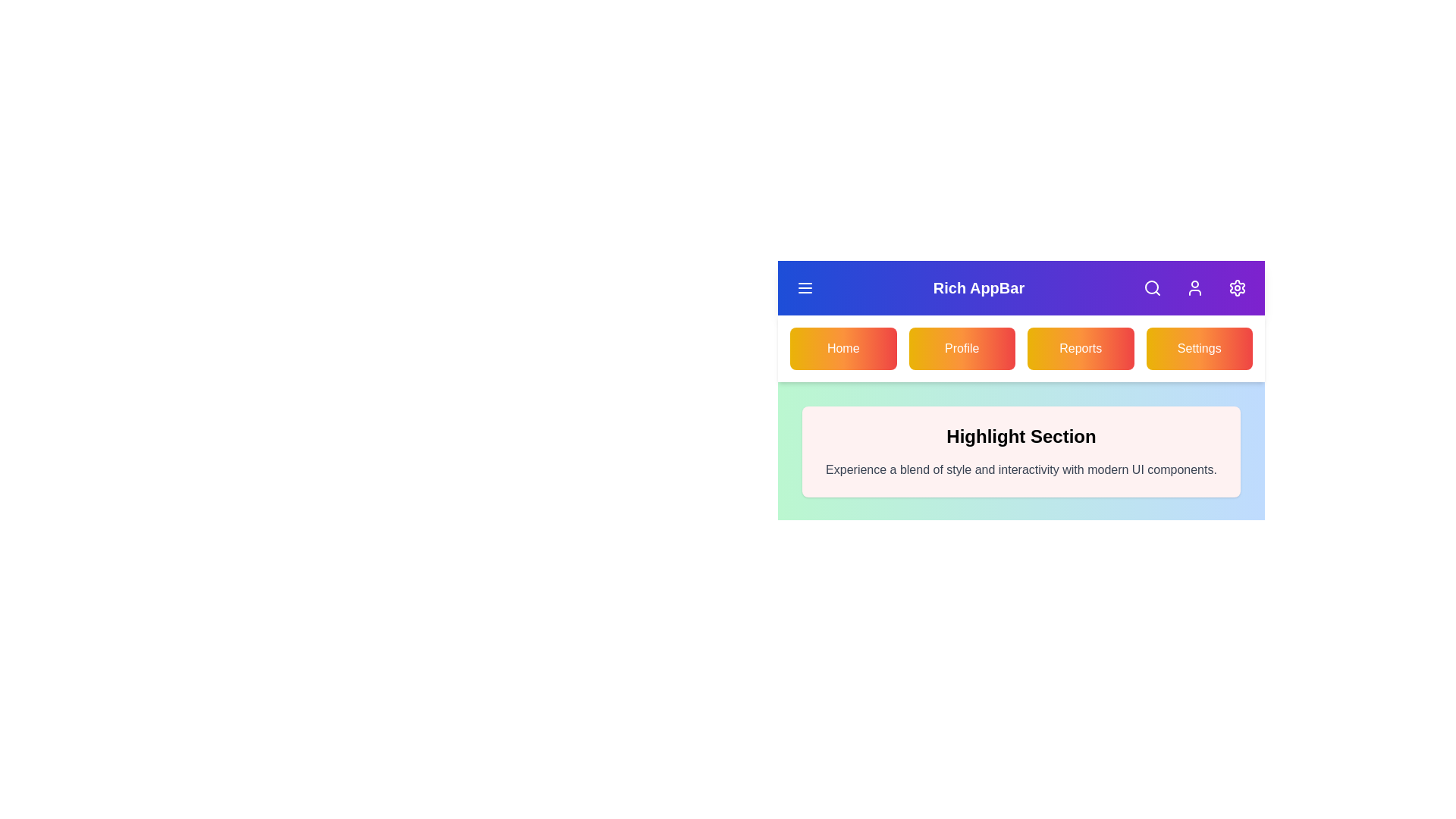 The width and height of the screenshot is (1456, 819). I want to click on the button labeled Profile to observe its hover effect, so click(961, 348).